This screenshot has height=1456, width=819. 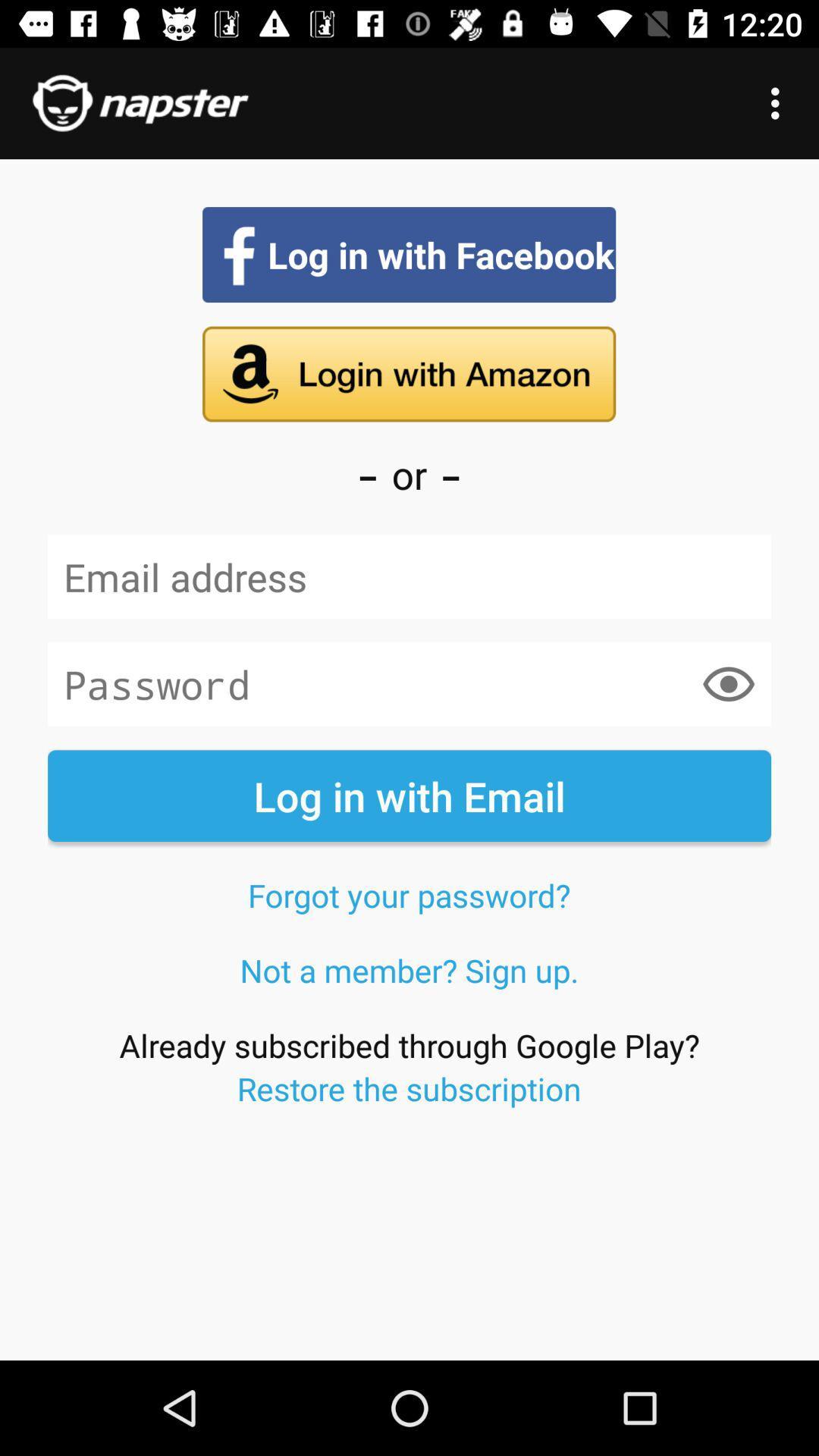 I want to click on the item above the already subscribed through item, so click(x=409, y=969).